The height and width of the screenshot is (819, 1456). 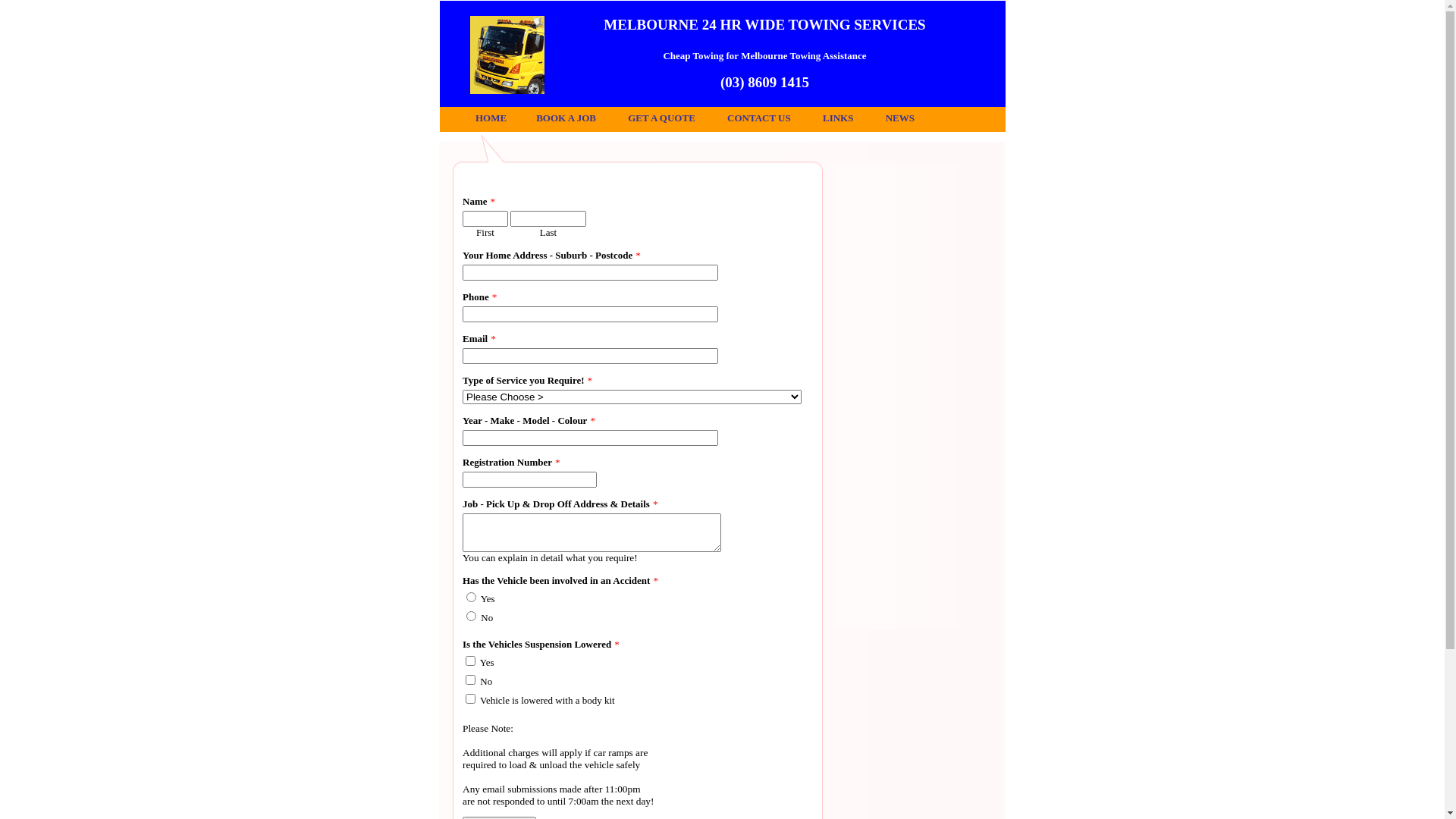 What do you see at coordinates (535, 117) in the screenshot?
I see `'BOOK A JOB'` at bounding box center [535, 117].